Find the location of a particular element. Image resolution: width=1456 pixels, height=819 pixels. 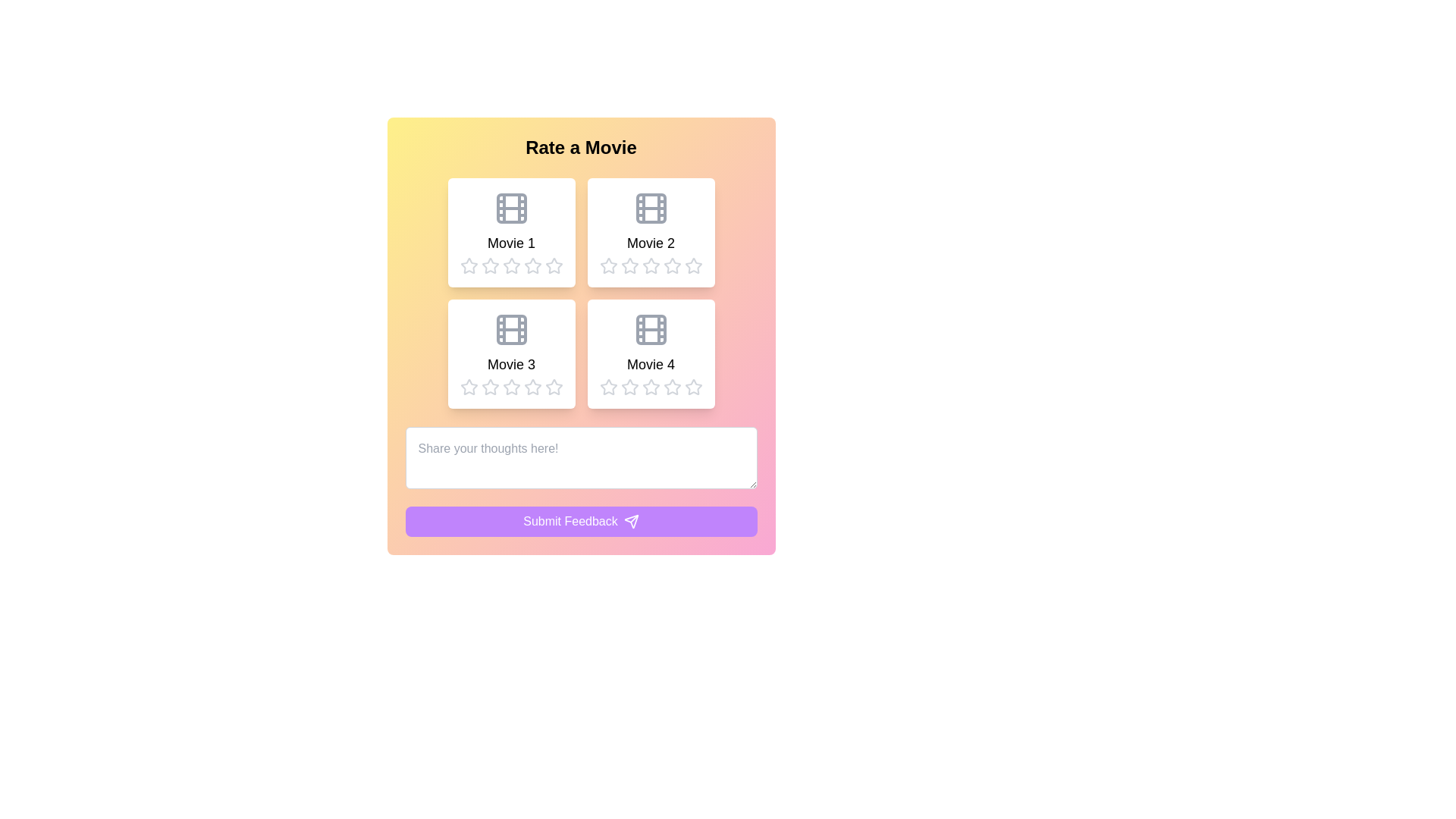

the second interactive rating star icon for keyboard interaction is located at coordinates (490, 265).